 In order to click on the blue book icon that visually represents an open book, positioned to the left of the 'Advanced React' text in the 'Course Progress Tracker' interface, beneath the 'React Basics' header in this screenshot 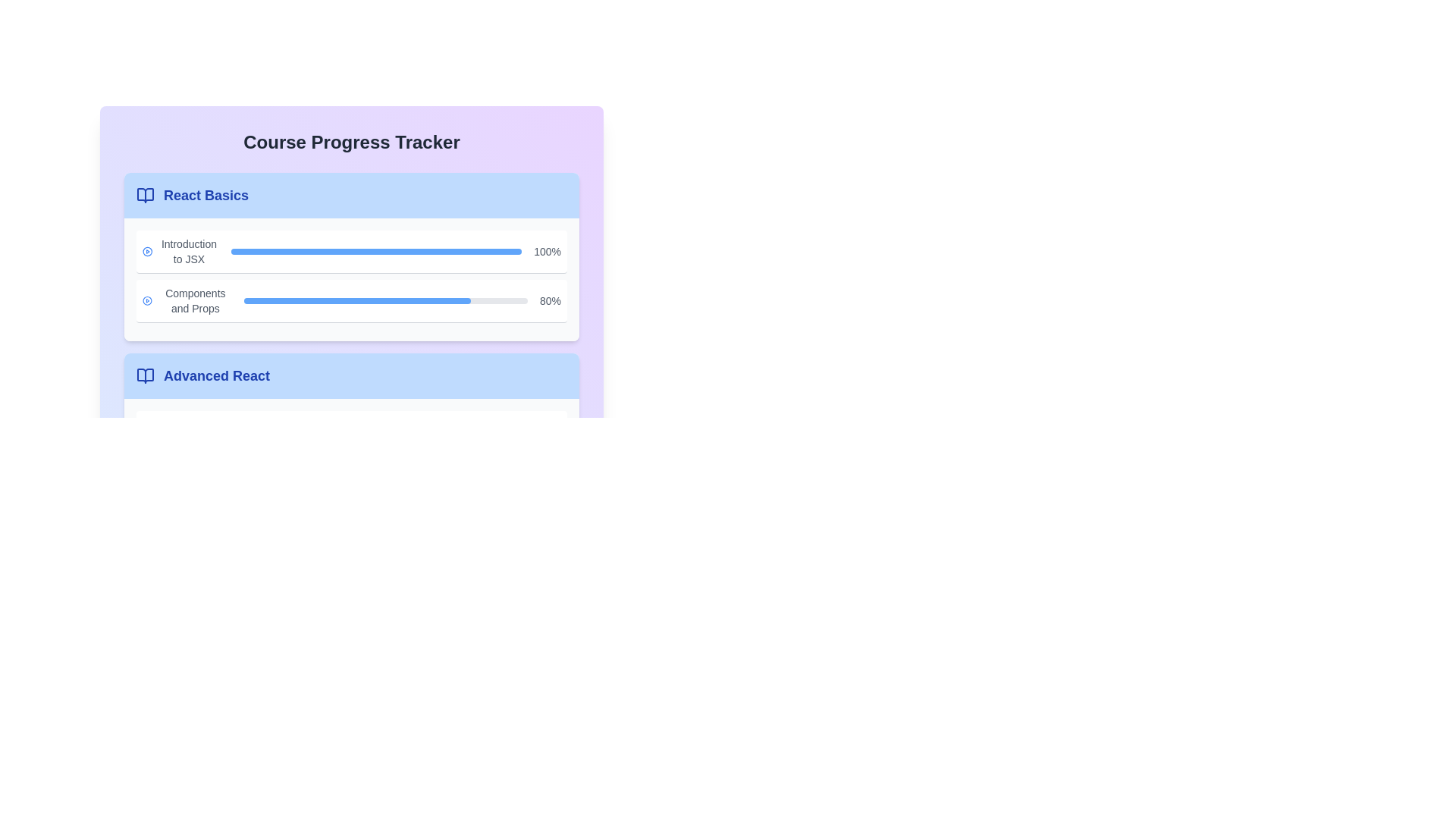, I will do `click(146, 375)`.